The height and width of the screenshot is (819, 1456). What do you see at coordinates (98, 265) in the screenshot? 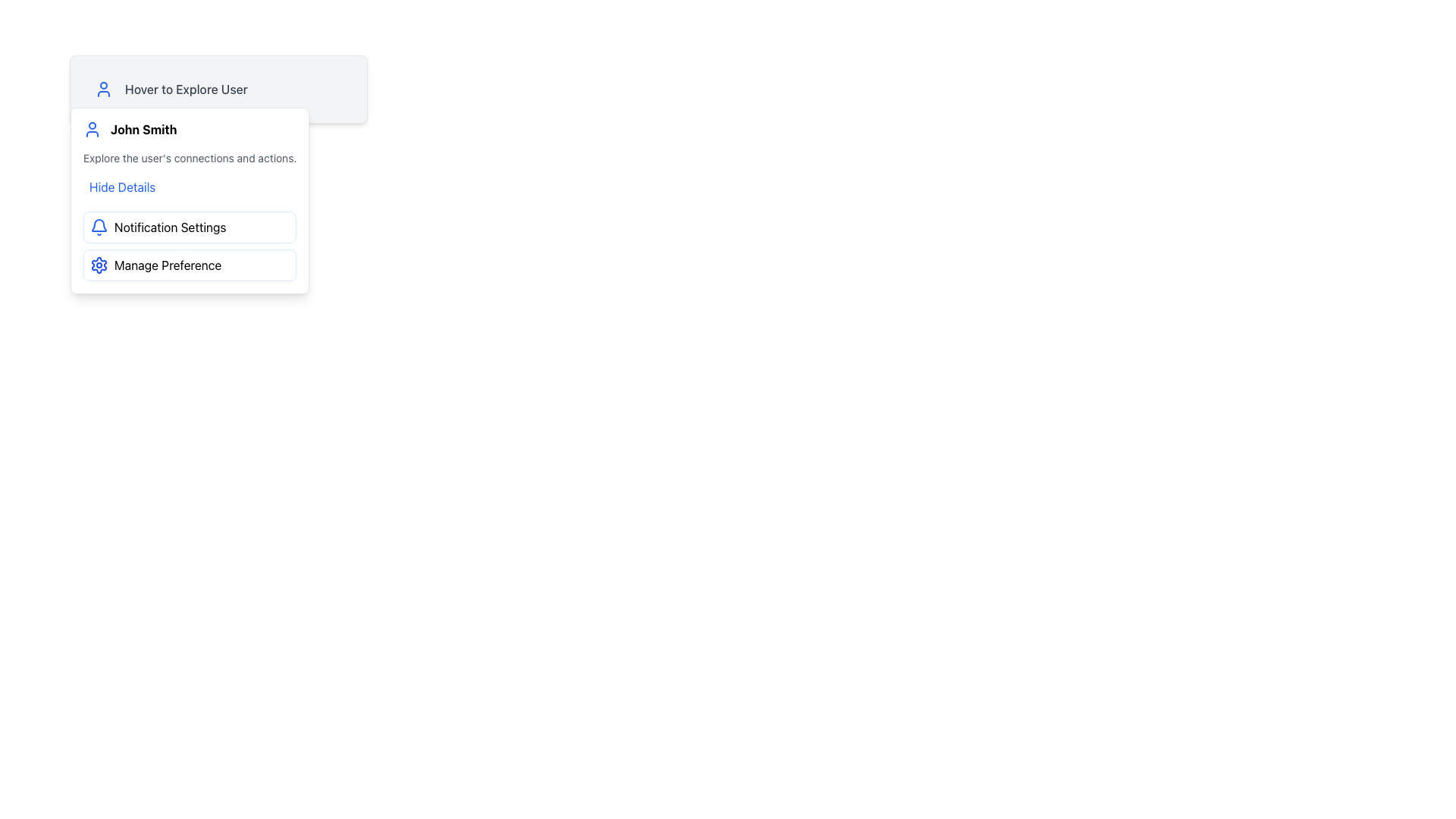
I see `the gear icon representing settings or configuration options, located centrally near the bottom of the pop-up menu under the 'Manage Preference' option` at bounding box center [98, 265].